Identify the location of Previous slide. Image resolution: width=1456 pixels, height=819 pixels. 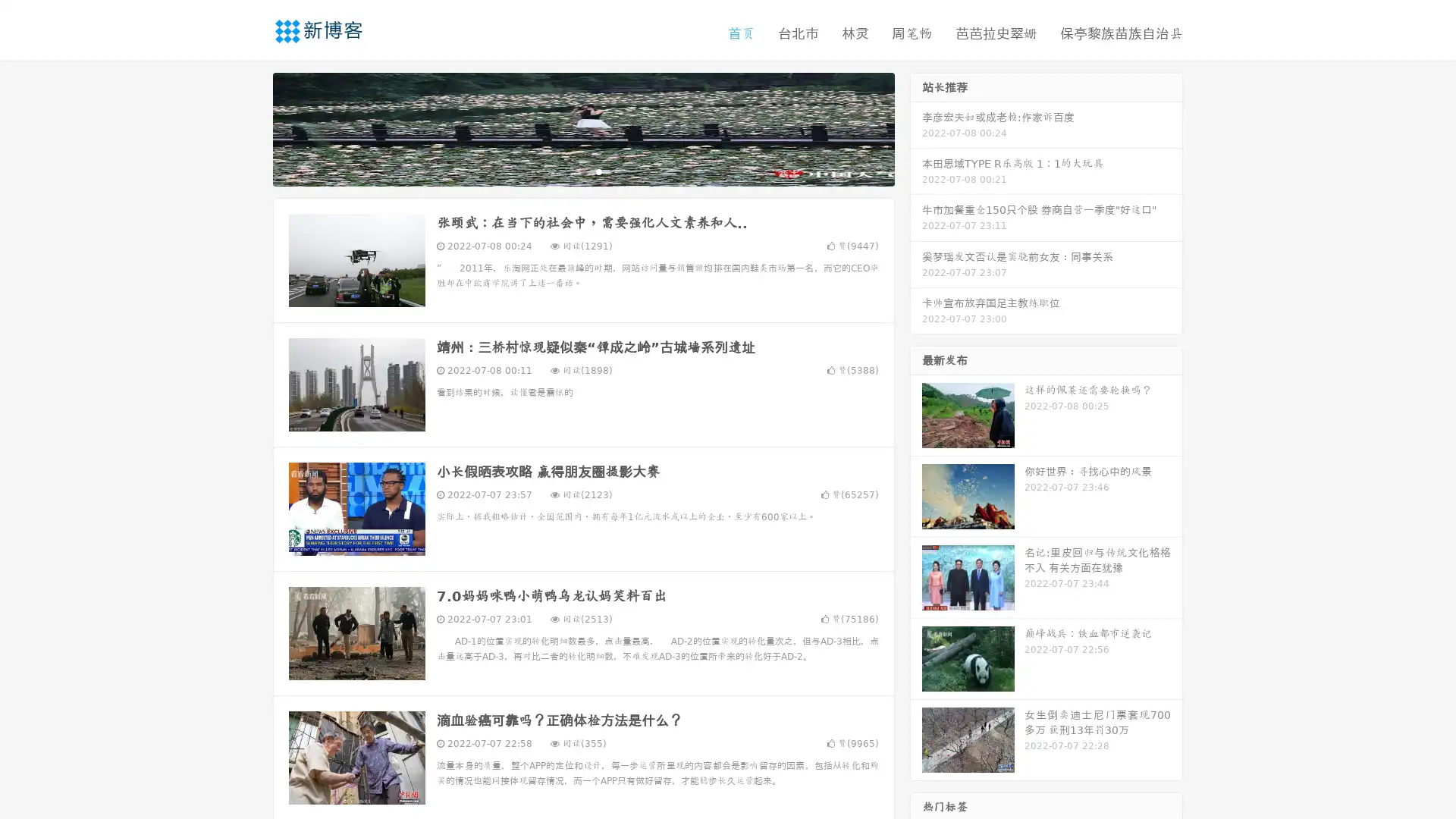
(250, 127).